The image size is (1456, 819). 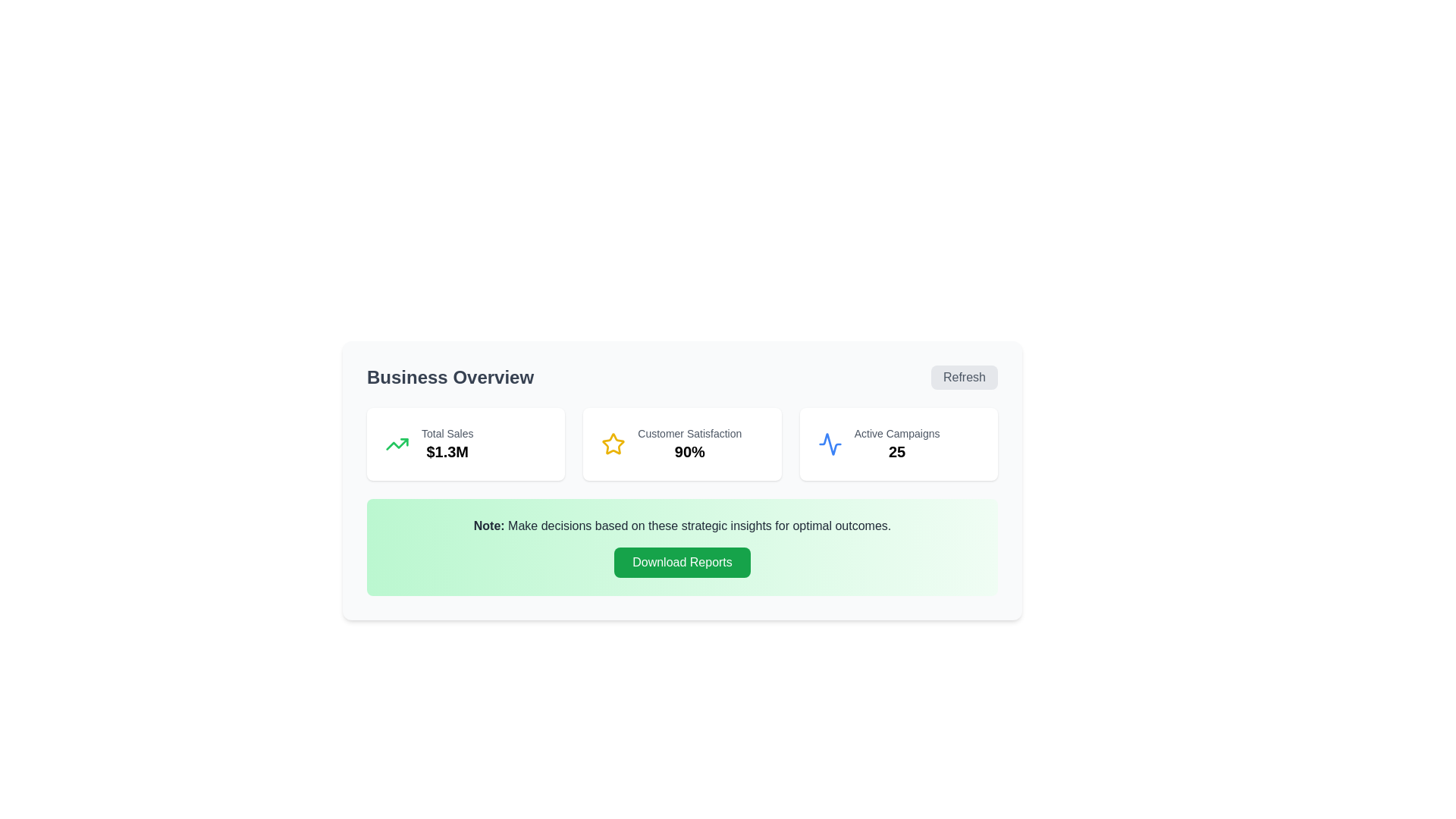 What do you see at coordinates (447, 451) in the screenshot?
I see `text displayed in the Text Label showing the monetary value '$1.3M', which is located below the 'Total Sales' label in the summary section` at bounding box center [447, 451].